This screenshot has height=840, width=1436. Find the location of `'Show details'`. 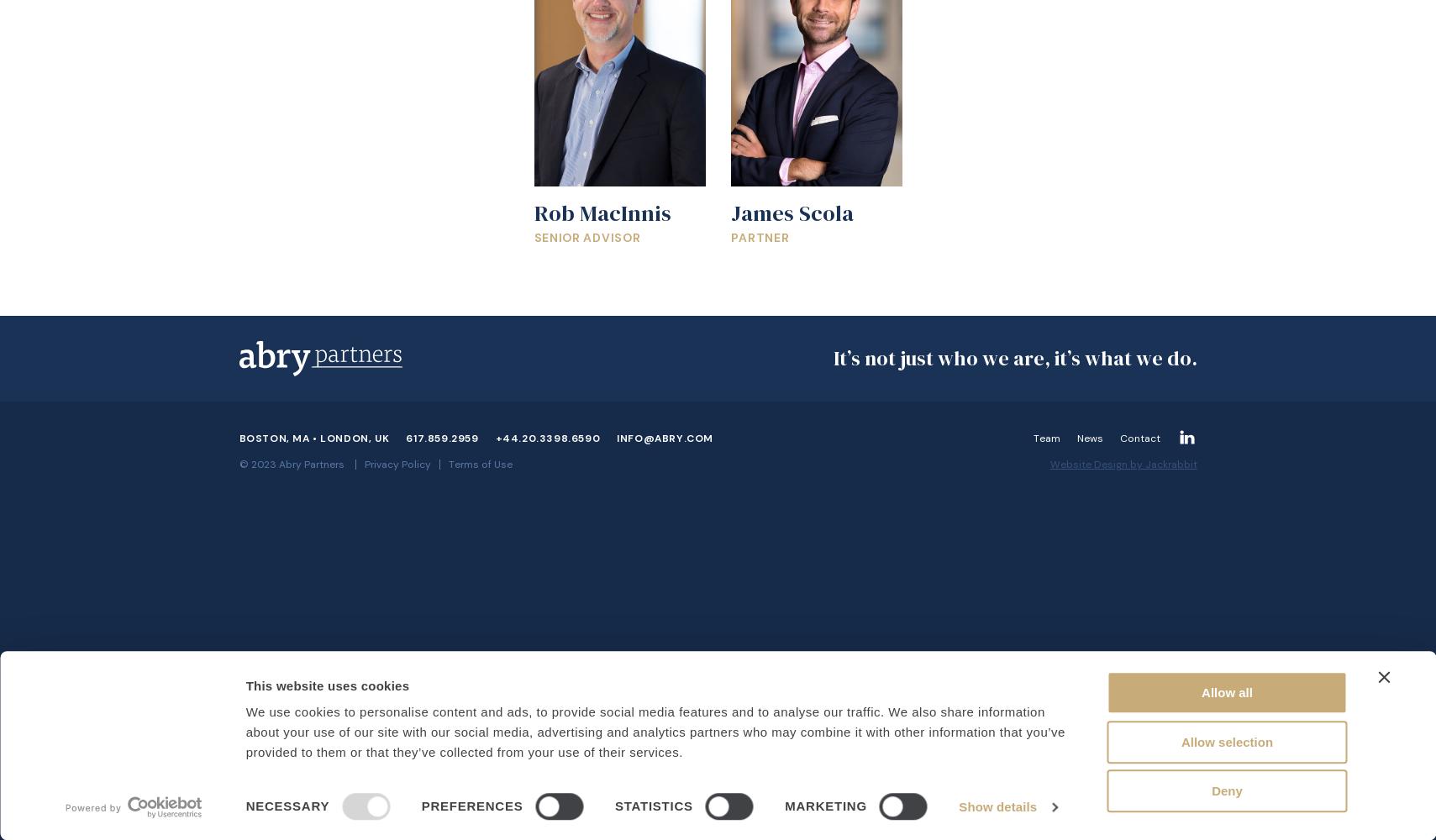

'Show details' is located at coordinates (997, 806).